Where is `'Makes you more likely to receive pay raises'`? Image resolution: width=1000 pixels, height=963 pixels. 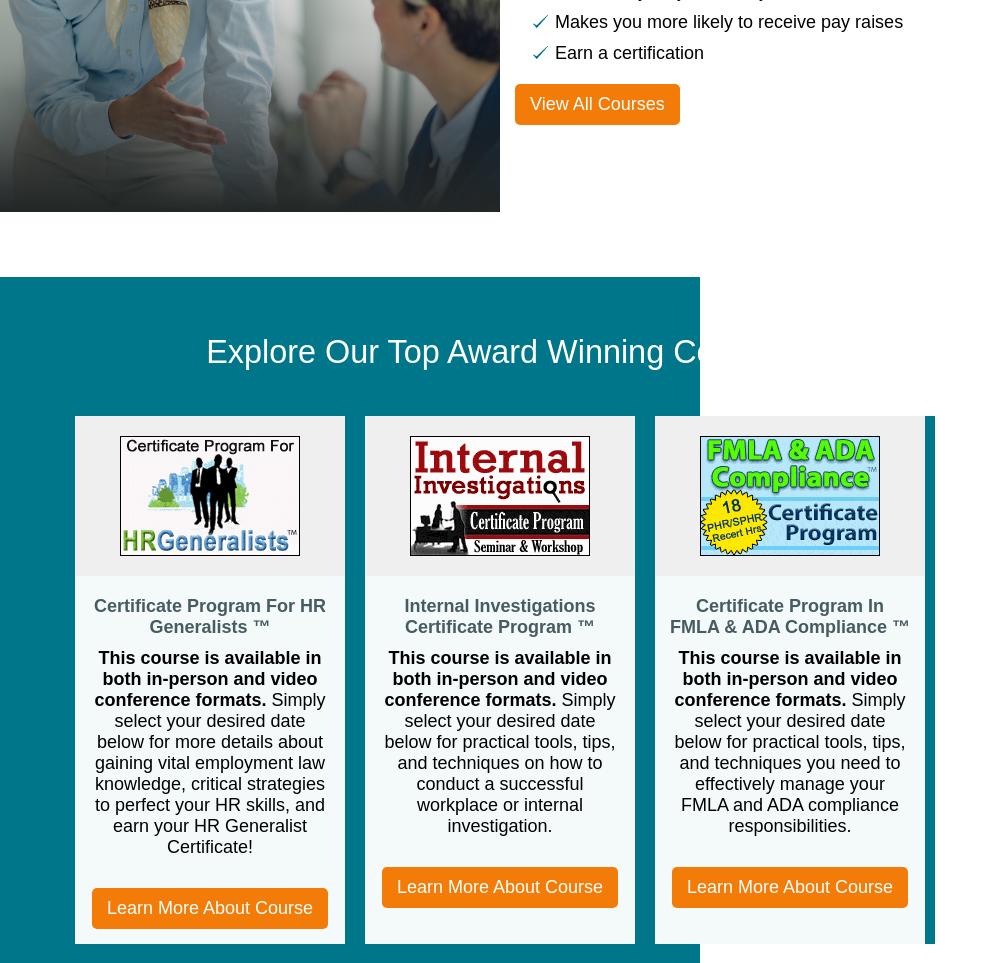 'Makes you more likely to receive pay raises' is located at coordinates (728, 19).